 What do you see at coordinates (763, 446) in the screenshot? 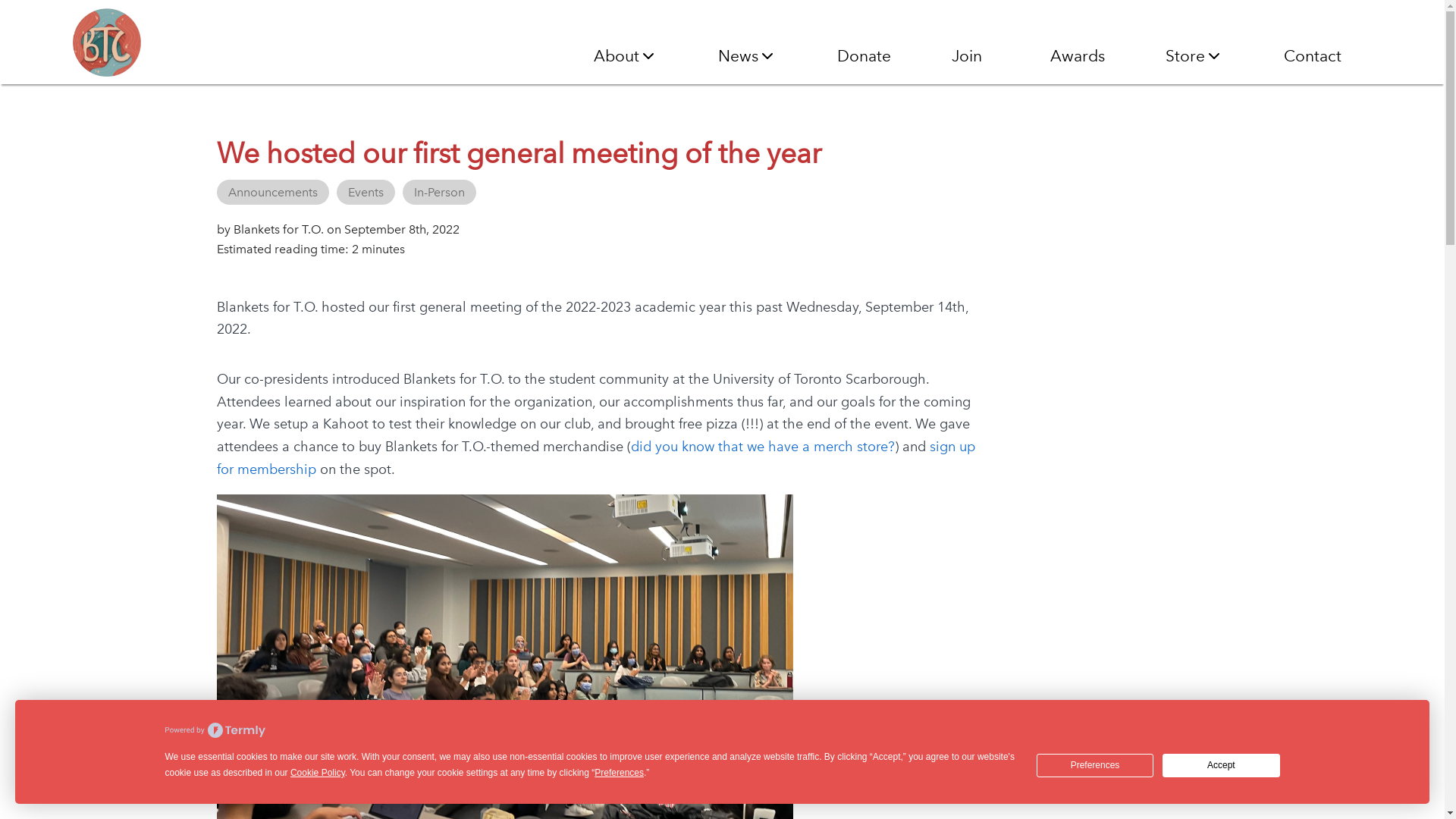
I see `'did you know that we have a merch store?'` at bounding box center [763, 446].